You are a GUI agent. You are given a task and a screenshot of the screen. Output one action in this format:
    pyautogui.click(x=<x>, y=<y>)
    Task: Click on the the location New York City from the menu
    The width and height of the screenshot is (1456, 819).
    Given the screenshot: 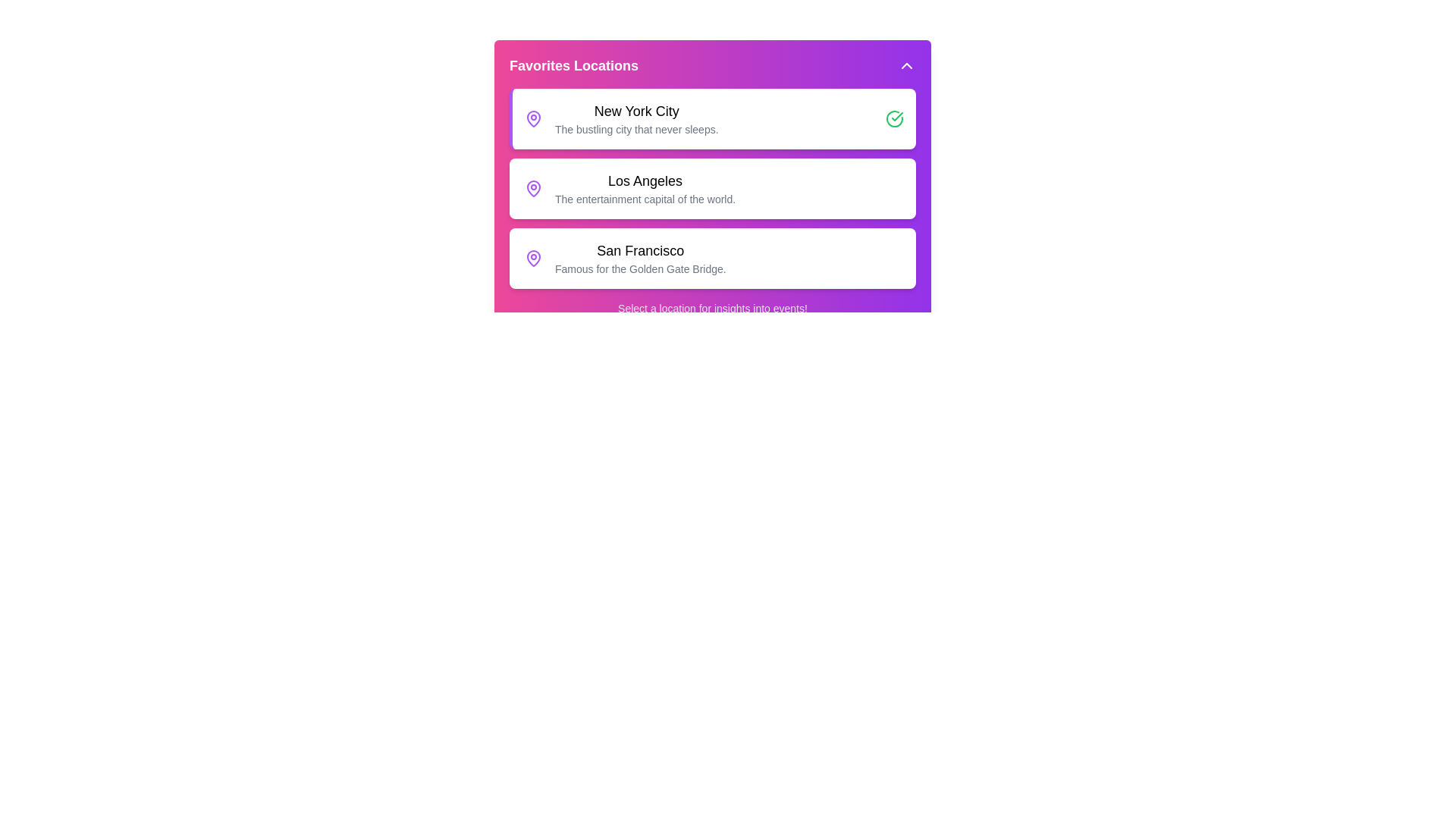 What is the action you would take?
    pyautogui.click(x=712, y=118)
    